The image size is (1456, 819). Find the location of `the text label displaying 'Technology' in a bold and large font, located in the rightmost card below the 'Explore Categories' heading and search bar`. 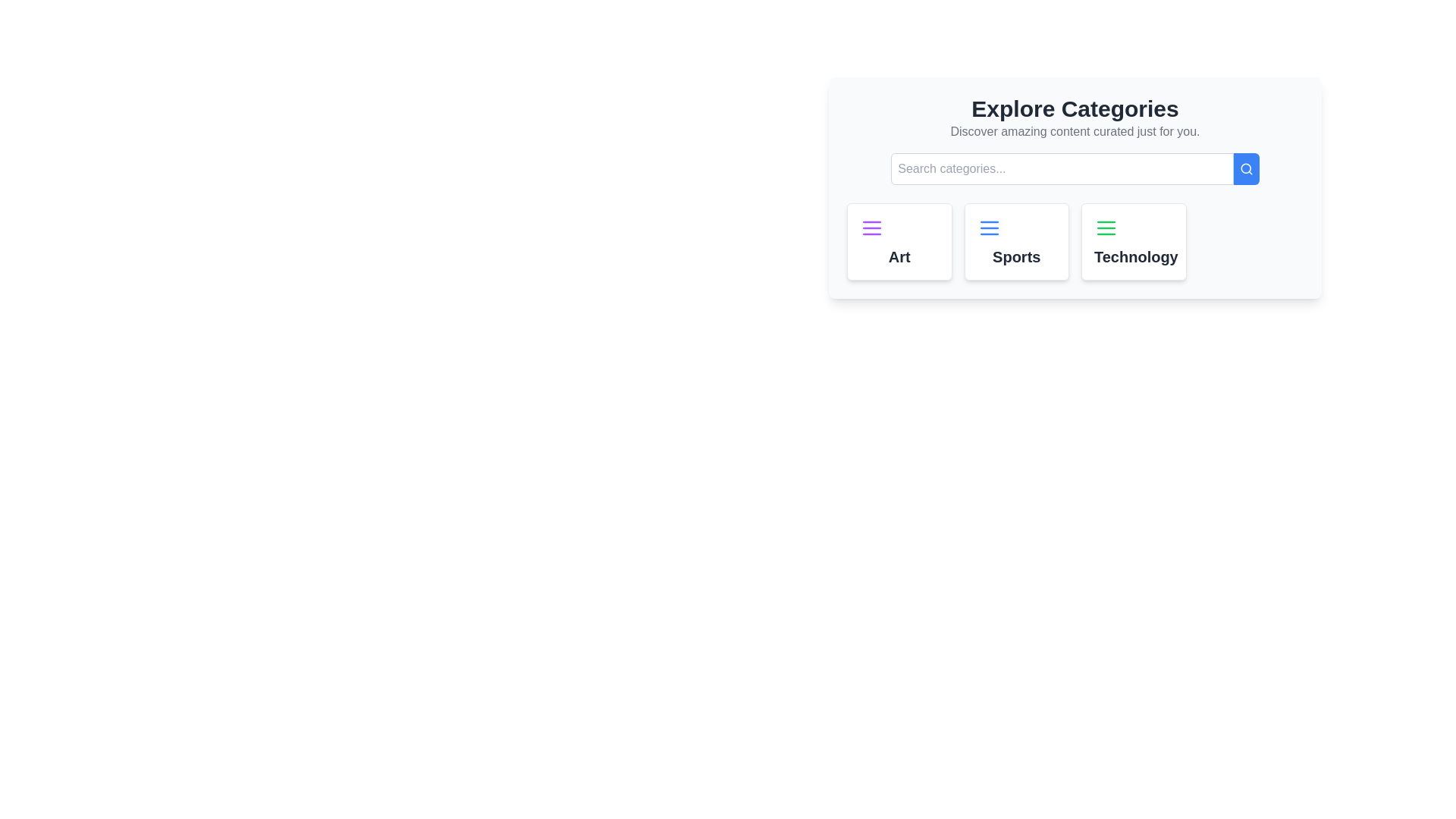

the text label displaying 'Technology' in a bold and large font, located in the rightmost card below the 'Explore Categories' heading and search bar is located at coordinates (1134, 256).